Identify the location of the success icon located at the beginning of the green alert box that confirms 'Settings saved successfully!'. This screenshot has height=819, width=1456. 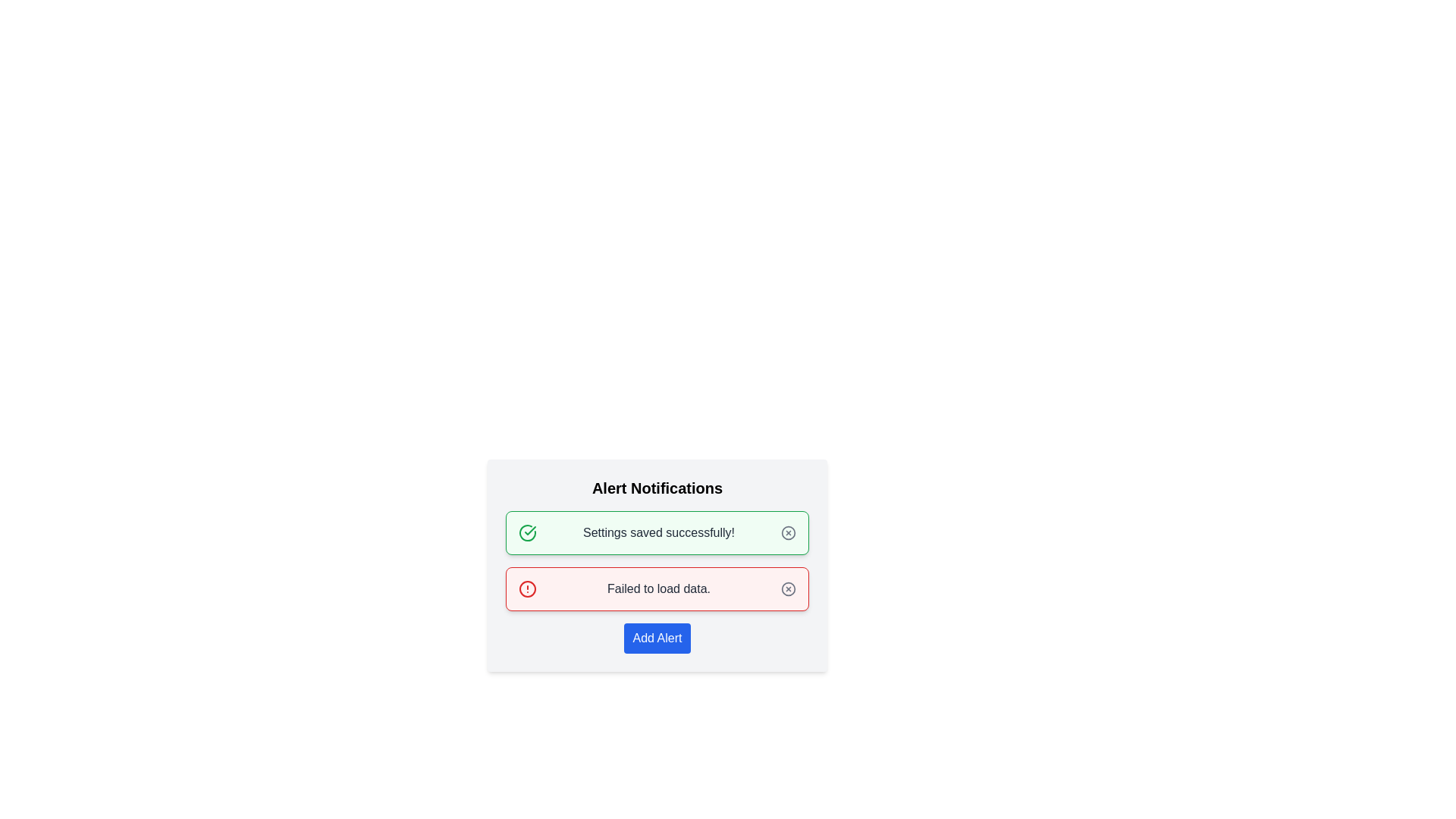
(528, 532).